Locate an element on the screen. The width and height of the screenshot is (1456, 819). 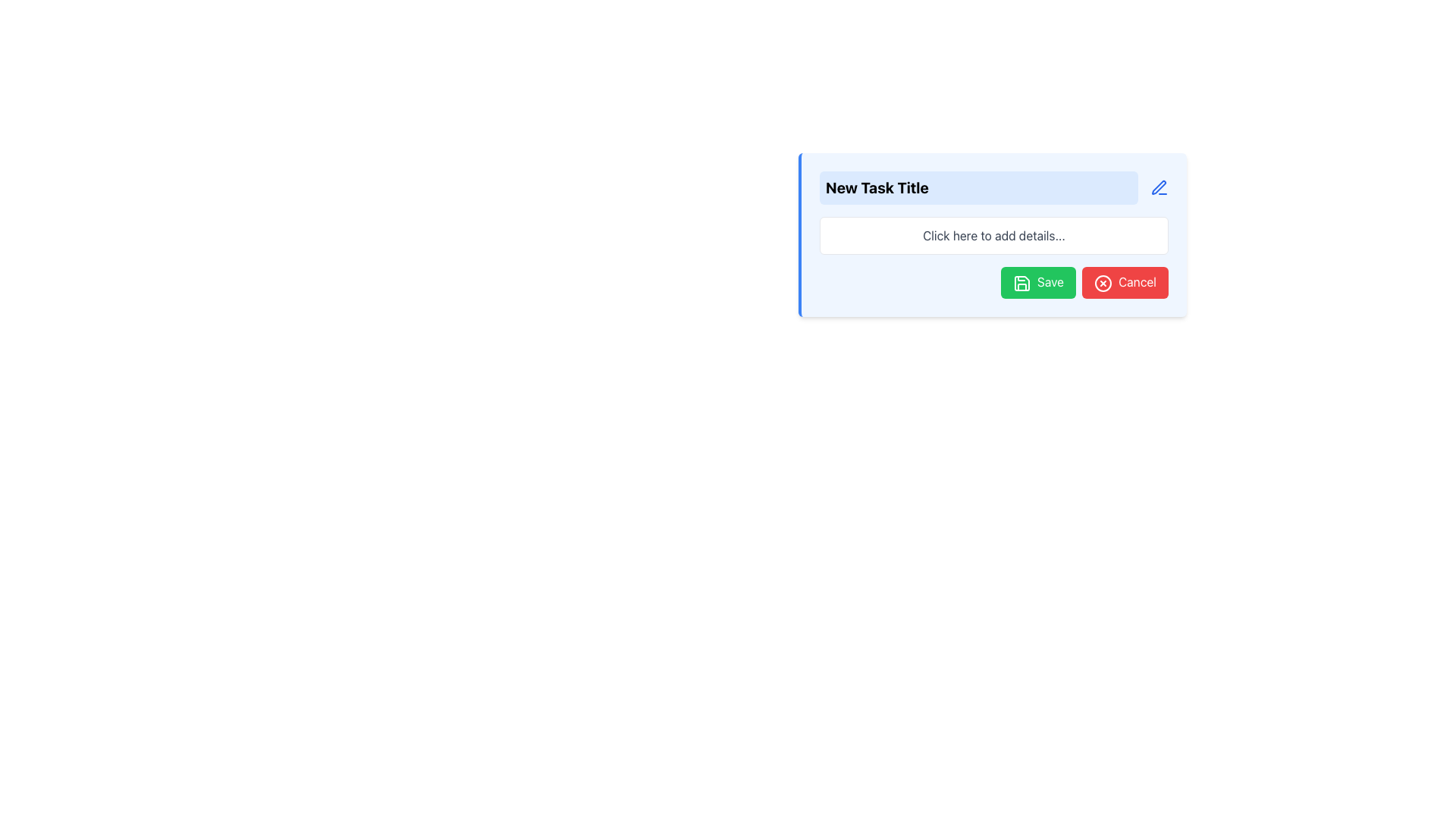
the rectangular text input field with placeholder text 'Click here to add details...' is located at coordinates (993, 236).